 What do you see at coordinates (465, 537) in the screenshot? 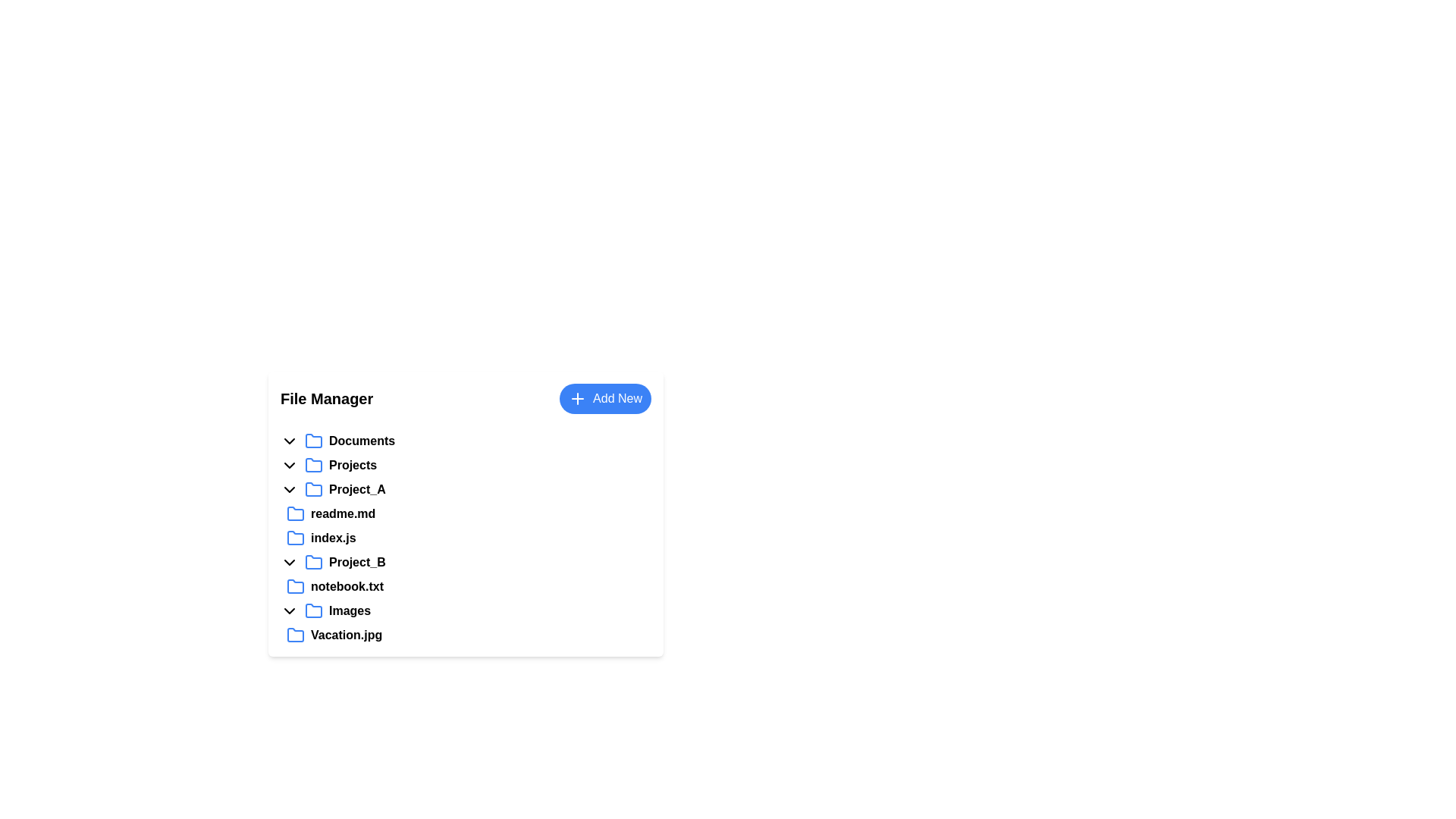
I see `the list item representing the file 'index.js' in the 'Project_A' section of the file manager` at bounding box center [465, 537].